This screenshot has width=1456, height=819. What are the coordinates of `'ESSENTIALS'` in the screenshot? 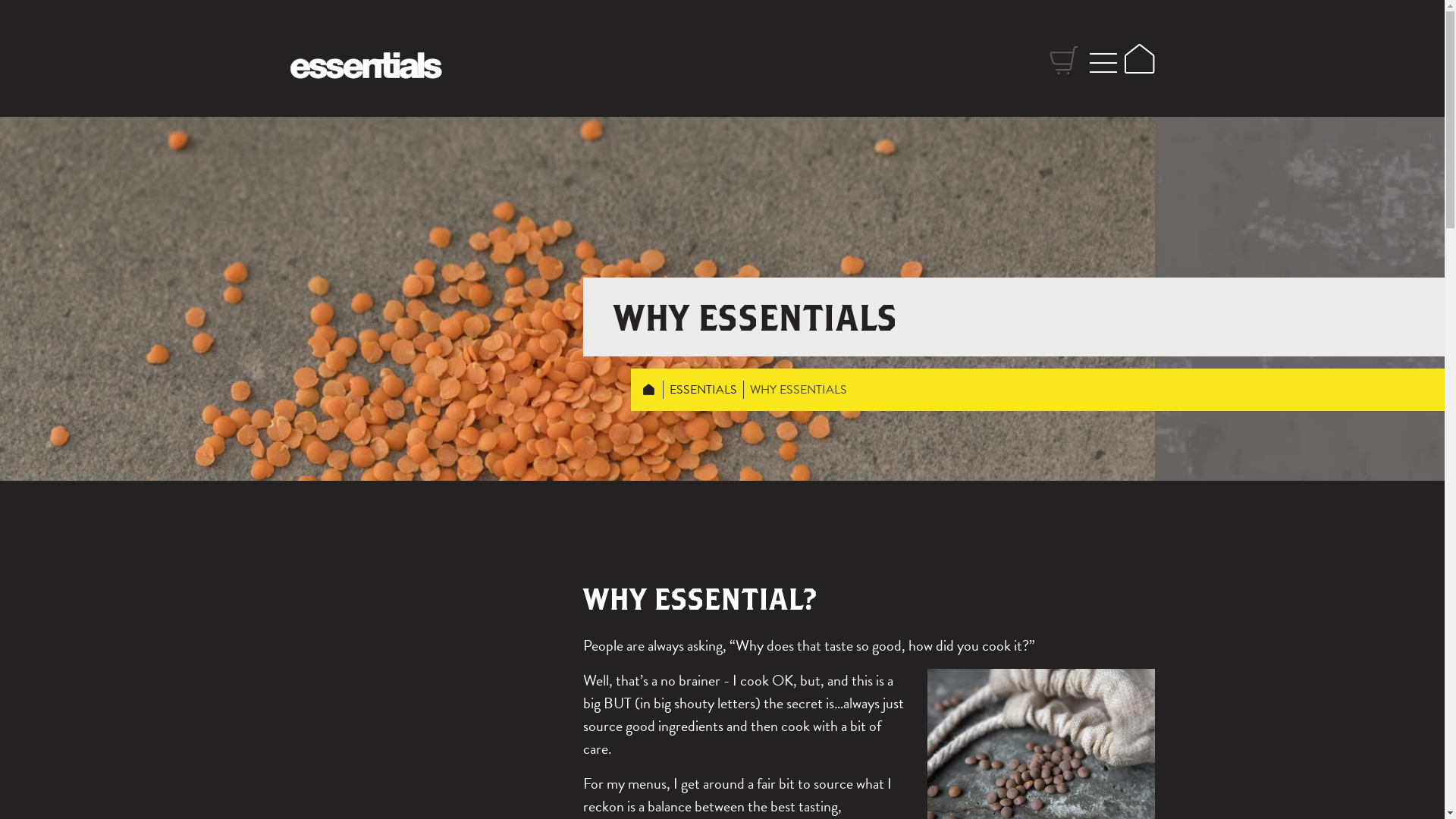 It's located at (669, 388).